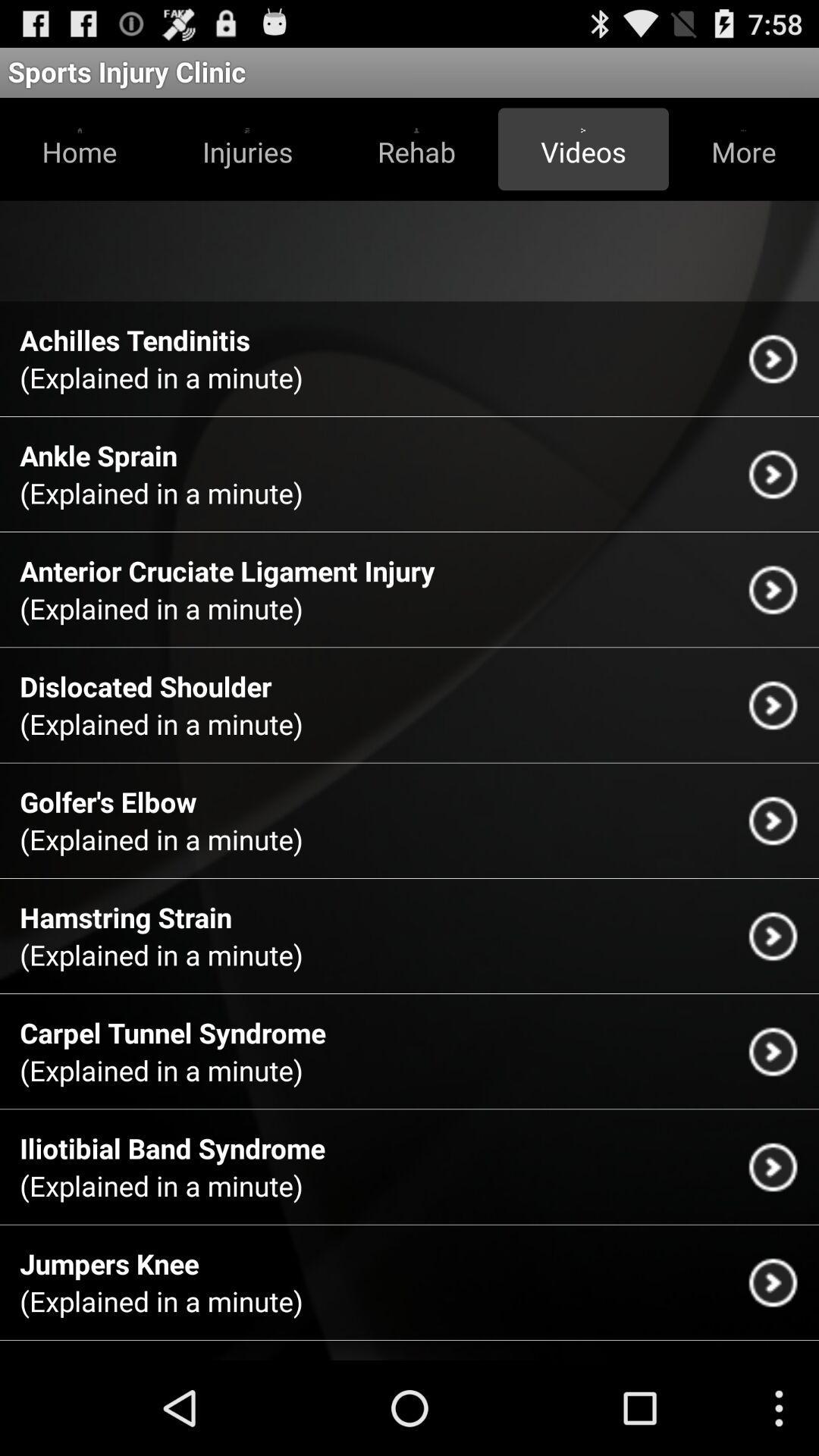  I want to click on the item below the explained in a icon, so click(99, 454).